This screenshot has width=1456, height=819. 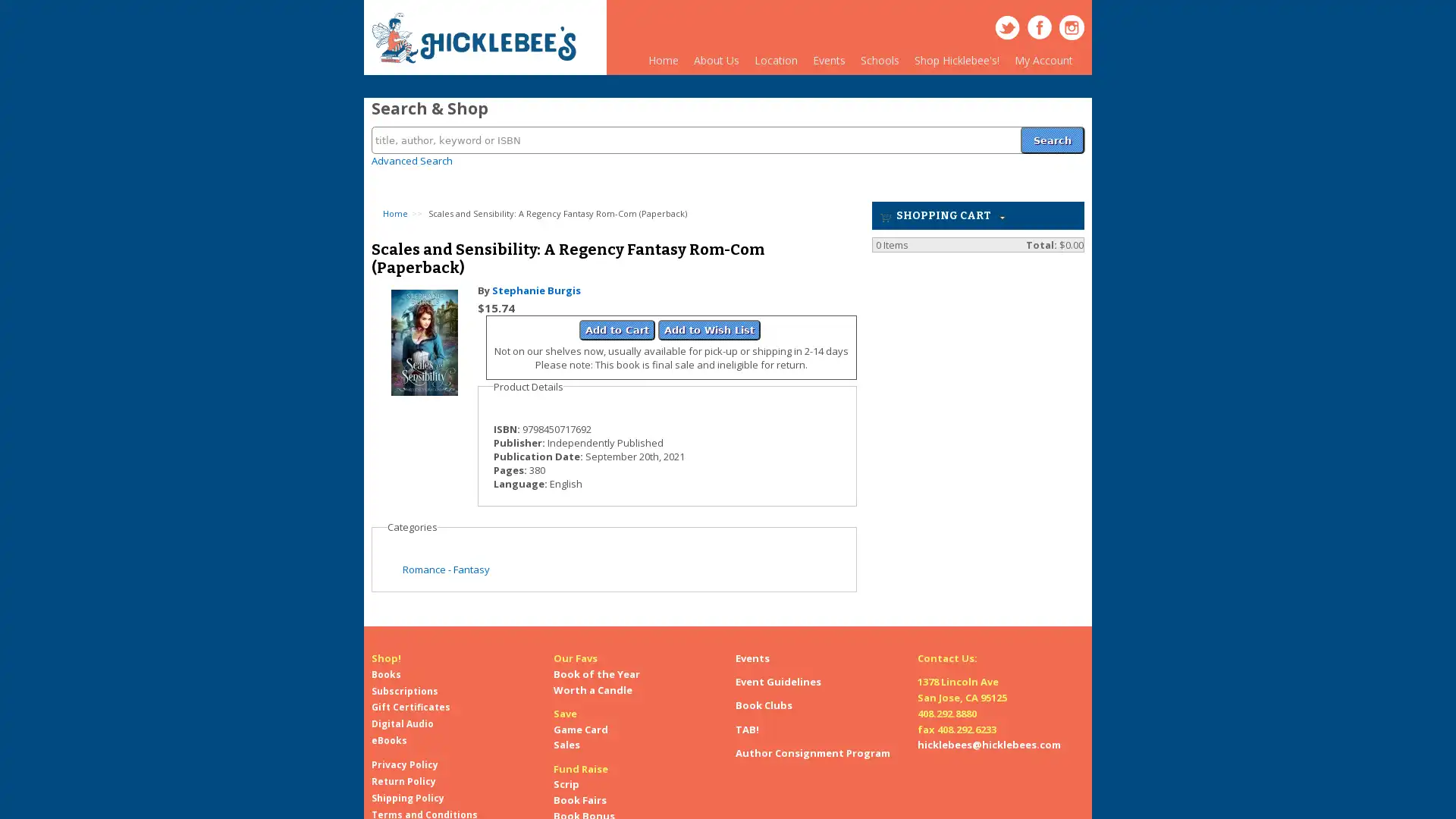 I want to click on Add to Wish List, so click(x=708, y=320).